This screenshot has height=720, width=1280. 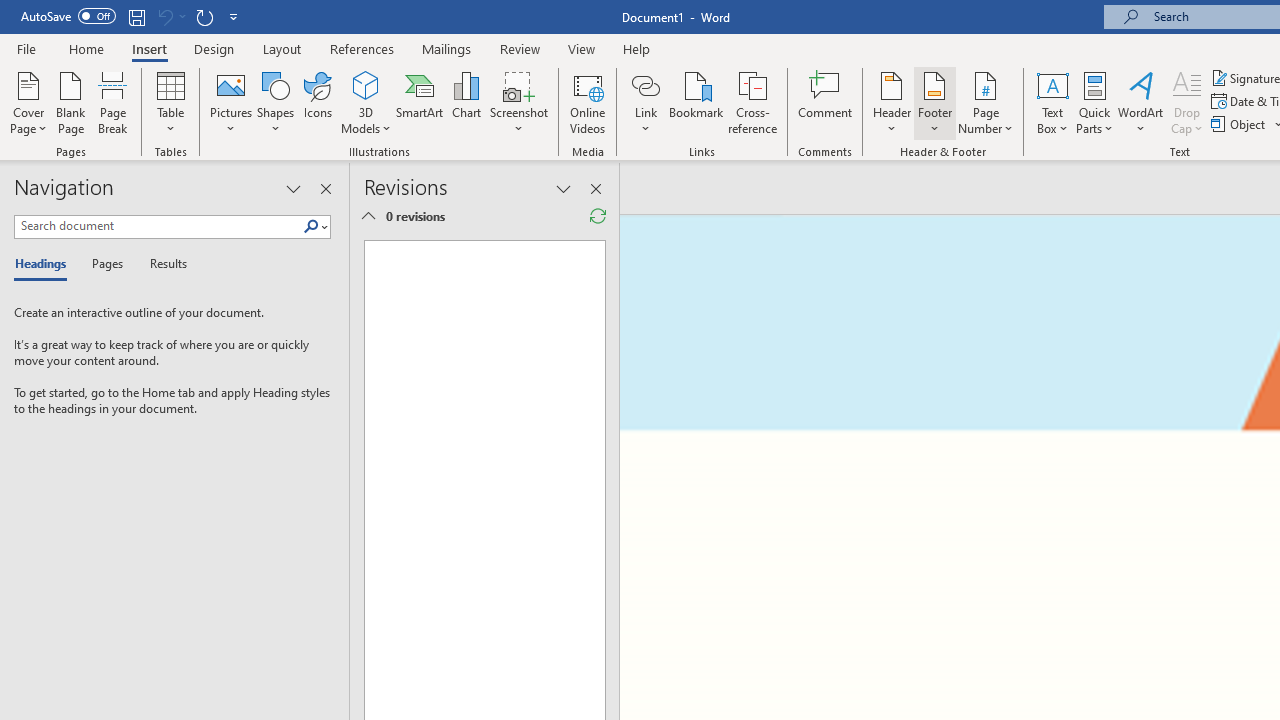 What do you see at coordinates (274, 103) in the screenshot?
I see `'Shapes'` at bounding box center [274, 103].